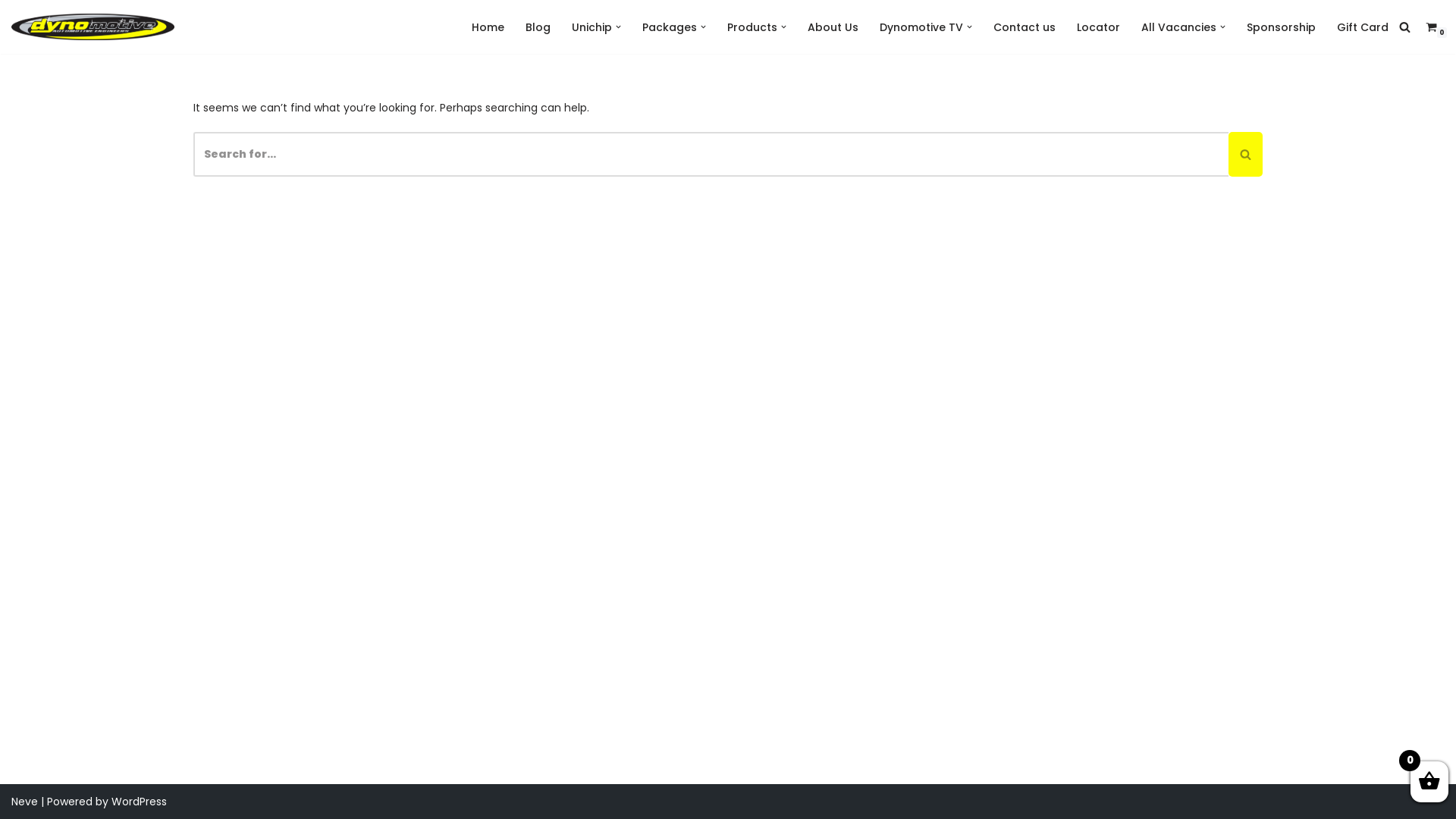  Describe the element at coordinates (1362, 27) in the screenshot. I see `'Gift Card'` at that location.